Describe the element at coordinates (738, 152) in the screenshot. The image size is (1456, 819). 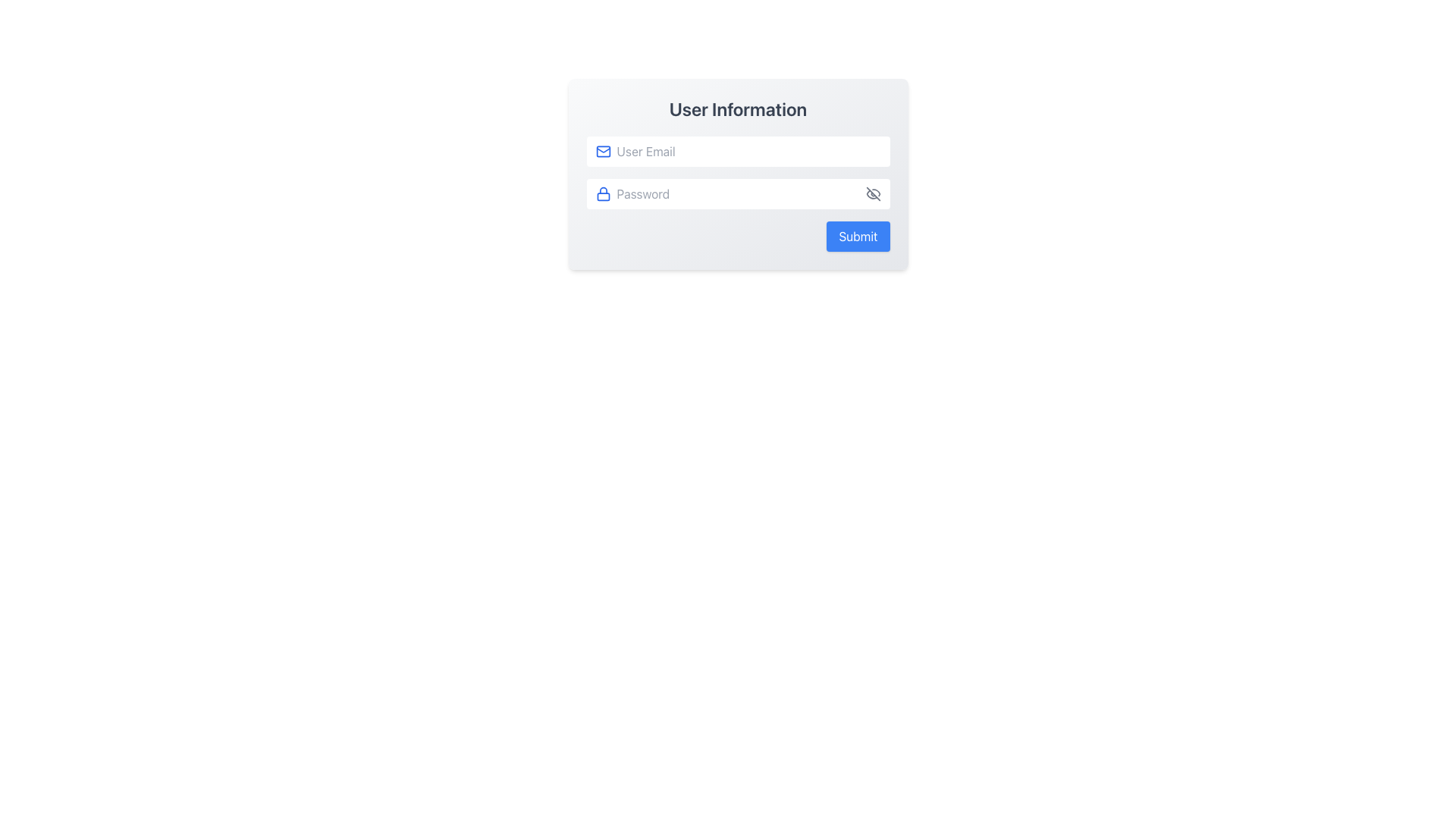
I see `inside the email input field located beneath the 'User Information' title` at that location.